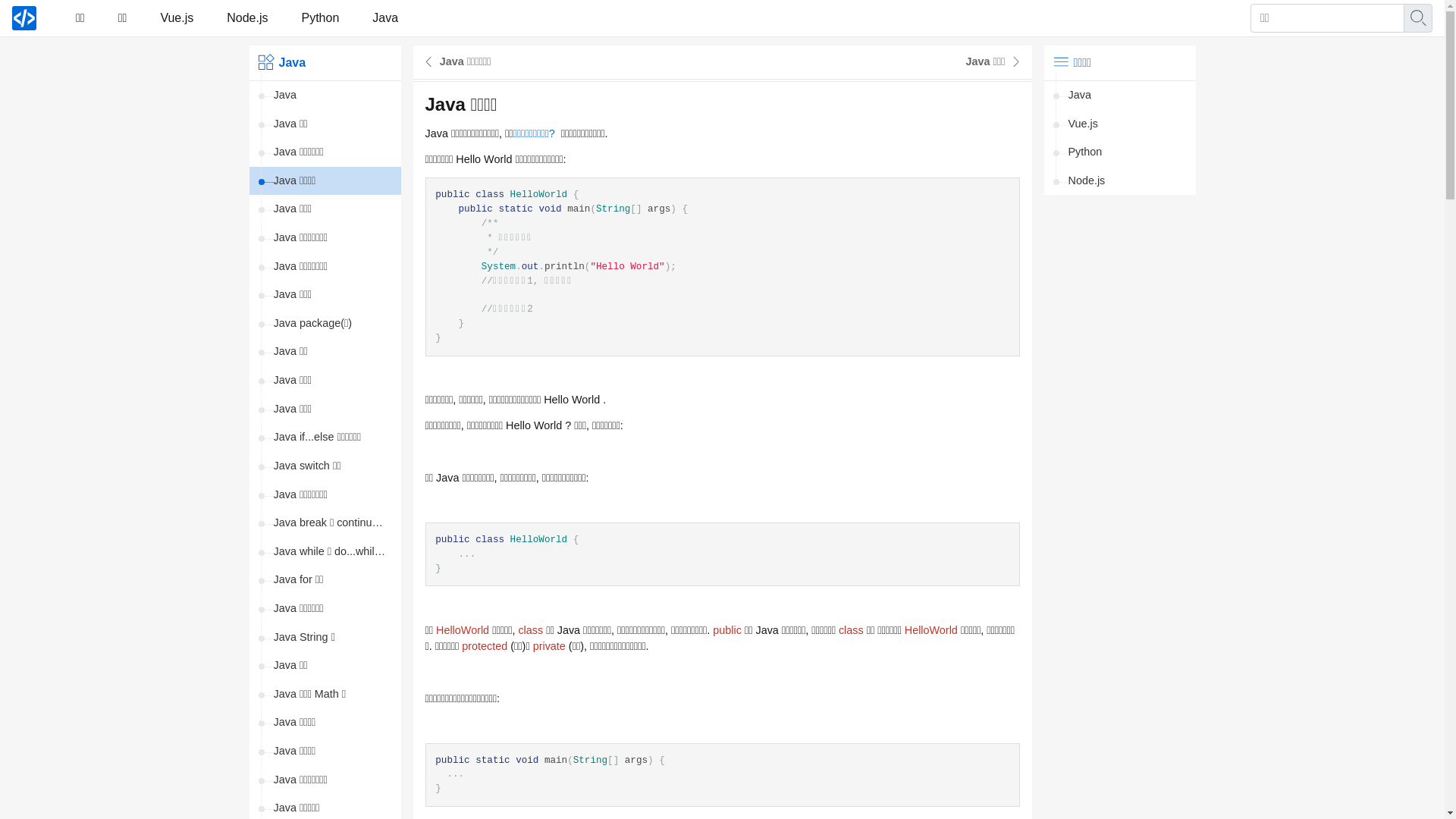 This screenshot has height=819, width=1456. Describe the element at coordinates (11, 17) in the screenshot. I see `'21yi.com'` at that location.